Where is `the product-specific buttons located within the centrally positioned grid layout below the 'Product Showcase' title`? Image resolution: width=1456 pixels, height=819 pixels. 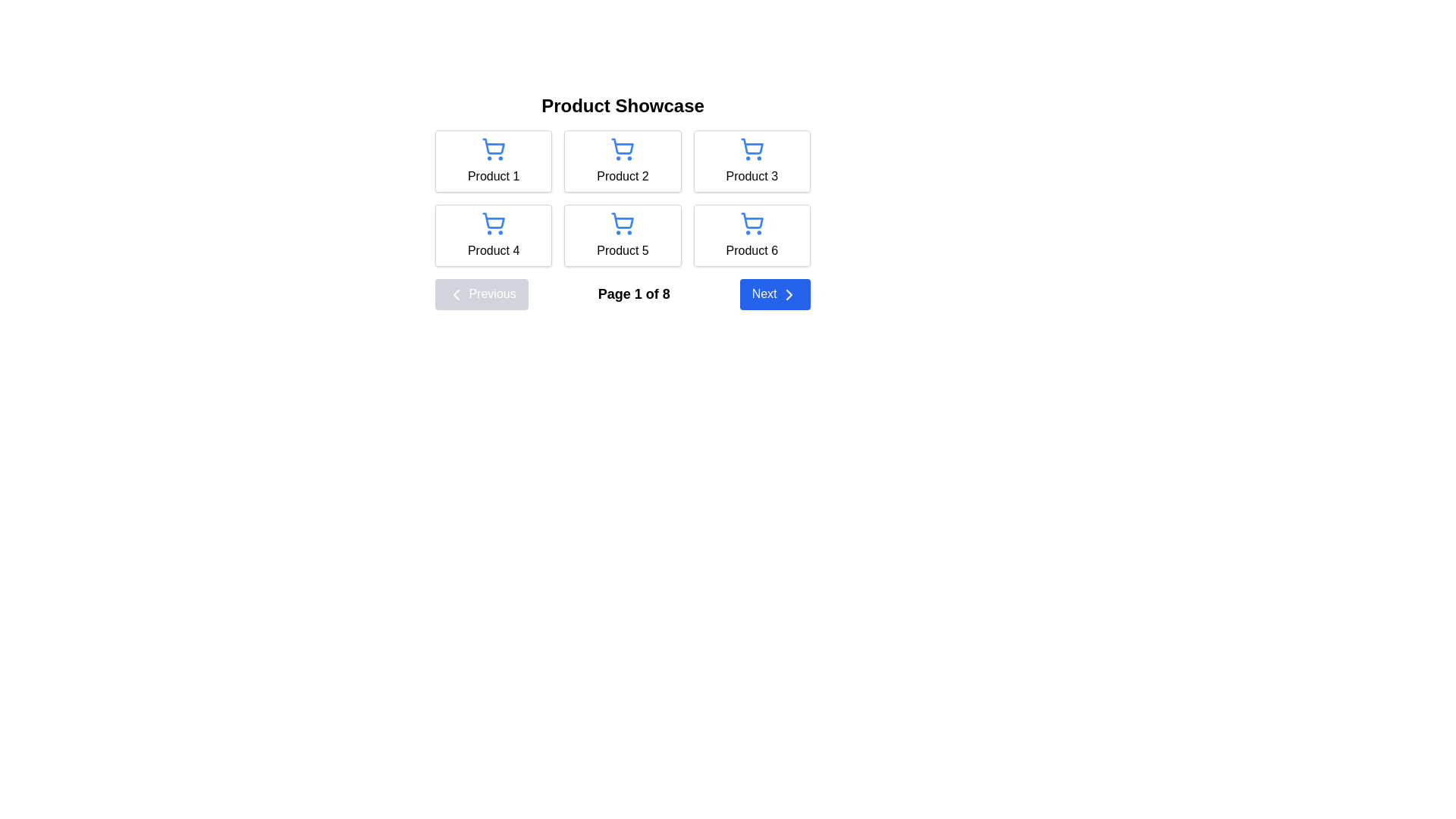 the product-specific buttons located within the centrally positioned grid layout below the 'Product Showcase' title is located at coordinates (623, 195).